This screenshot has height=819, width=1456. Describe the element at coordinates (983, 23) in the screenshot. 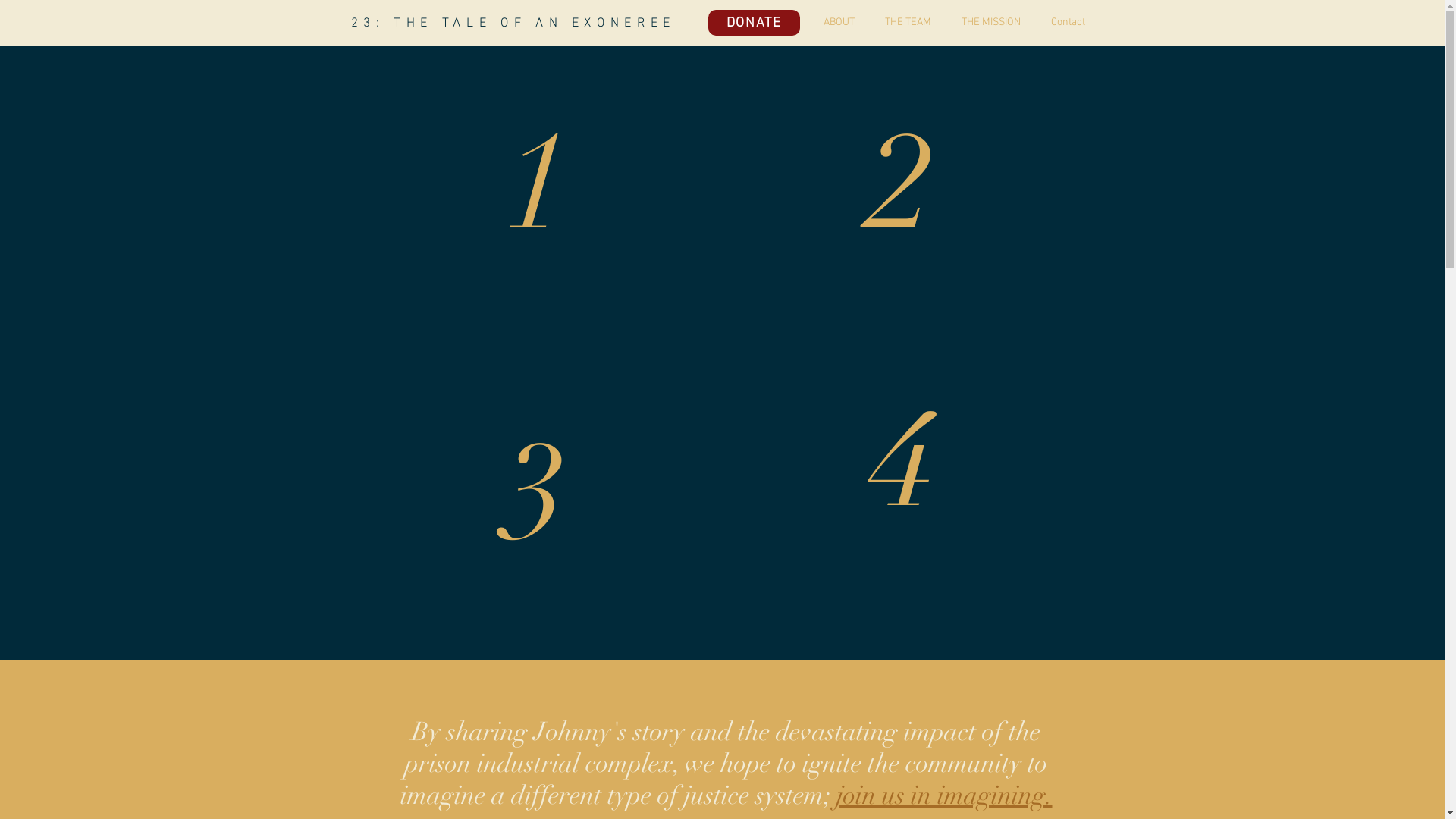

I see `'THE MISSION'` at that location.